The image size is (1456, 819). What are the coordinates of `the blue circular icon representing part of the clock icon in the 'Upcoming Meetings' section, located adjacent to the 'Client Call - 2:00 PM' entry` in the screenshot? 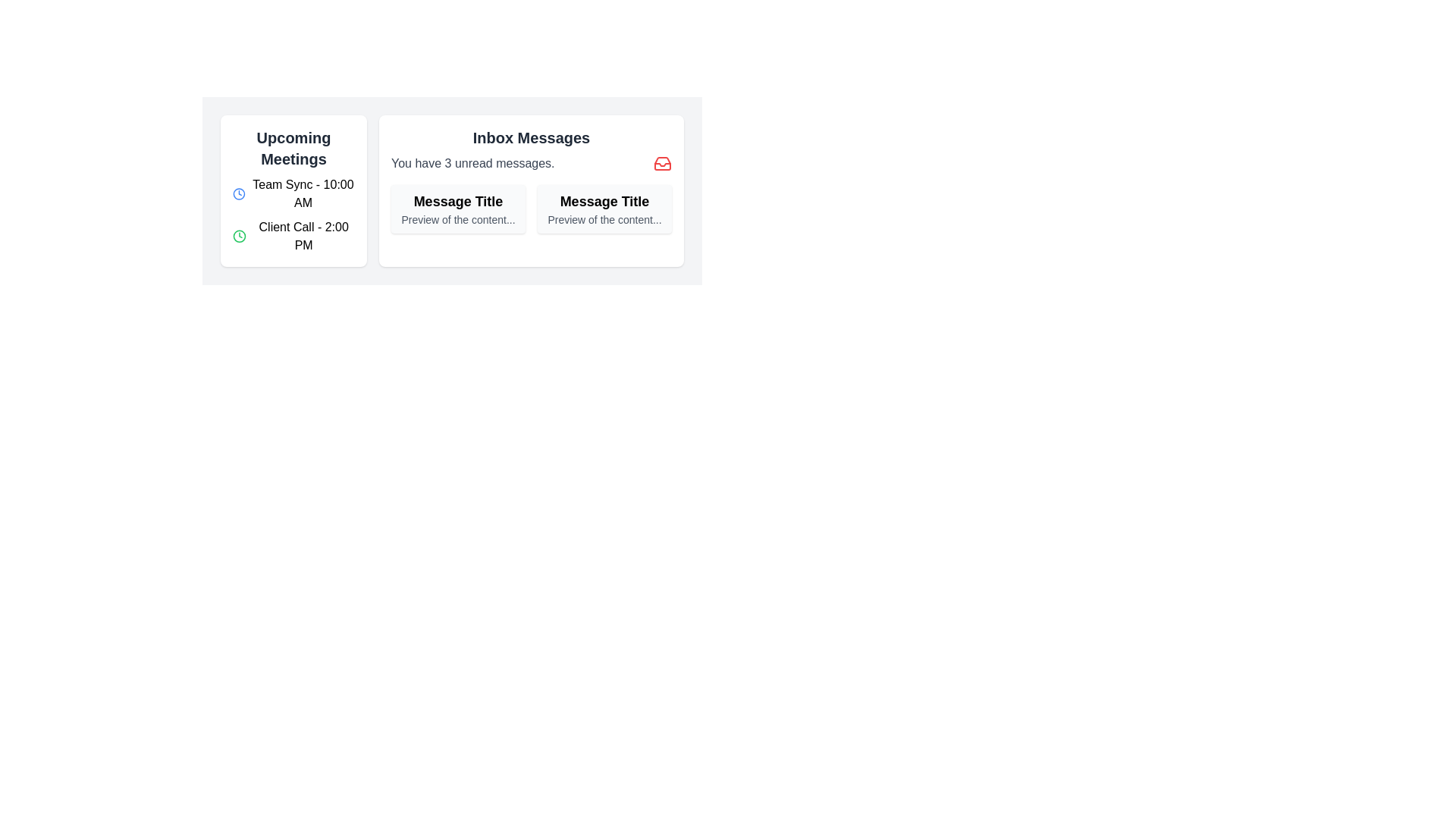 It's located at (238, 193).